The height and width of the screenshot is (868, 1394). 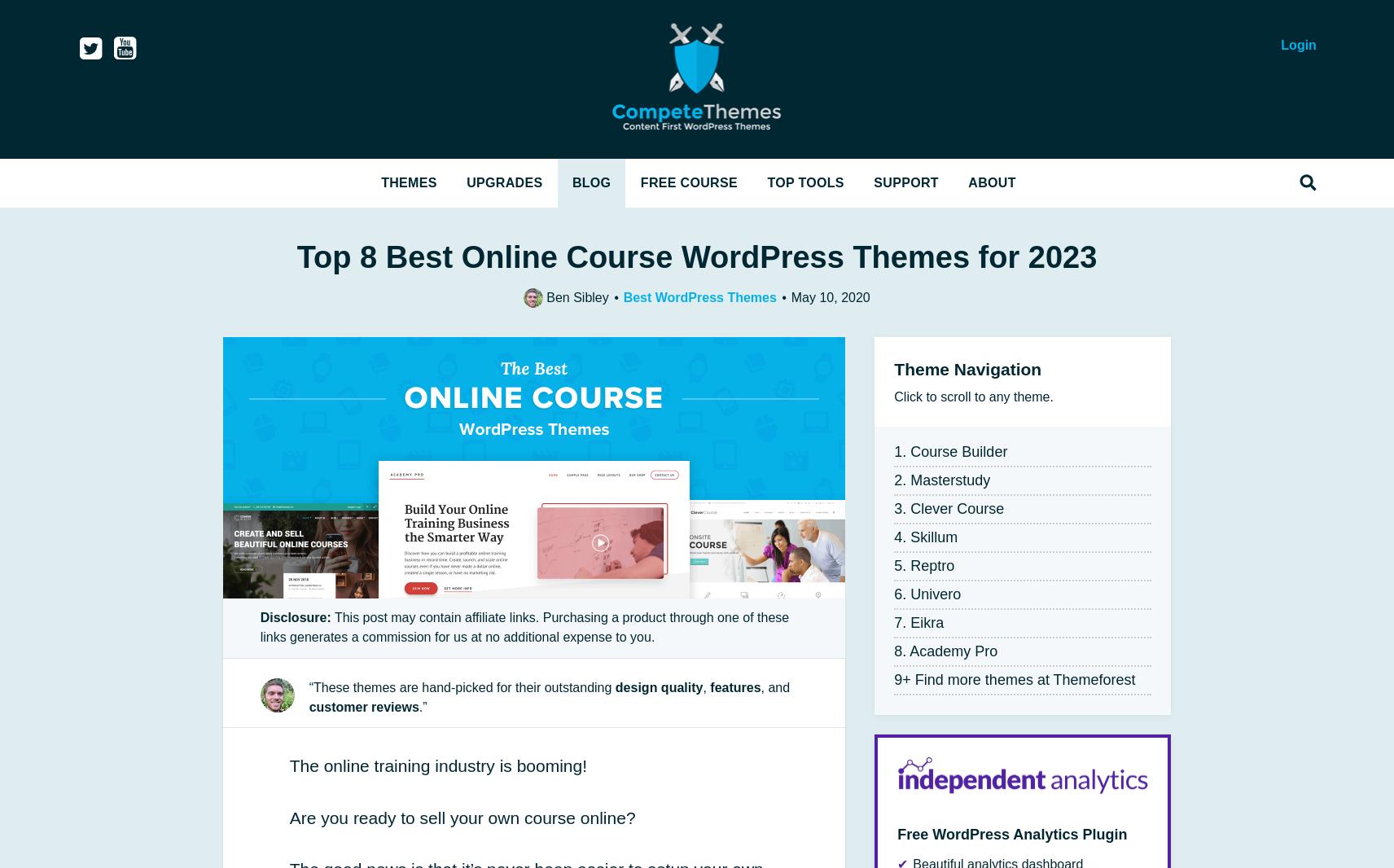 What do you see at coordinates (918, 621) in the screenshot?
I see `'7. Eikra'` at bounding box center [918, 621].